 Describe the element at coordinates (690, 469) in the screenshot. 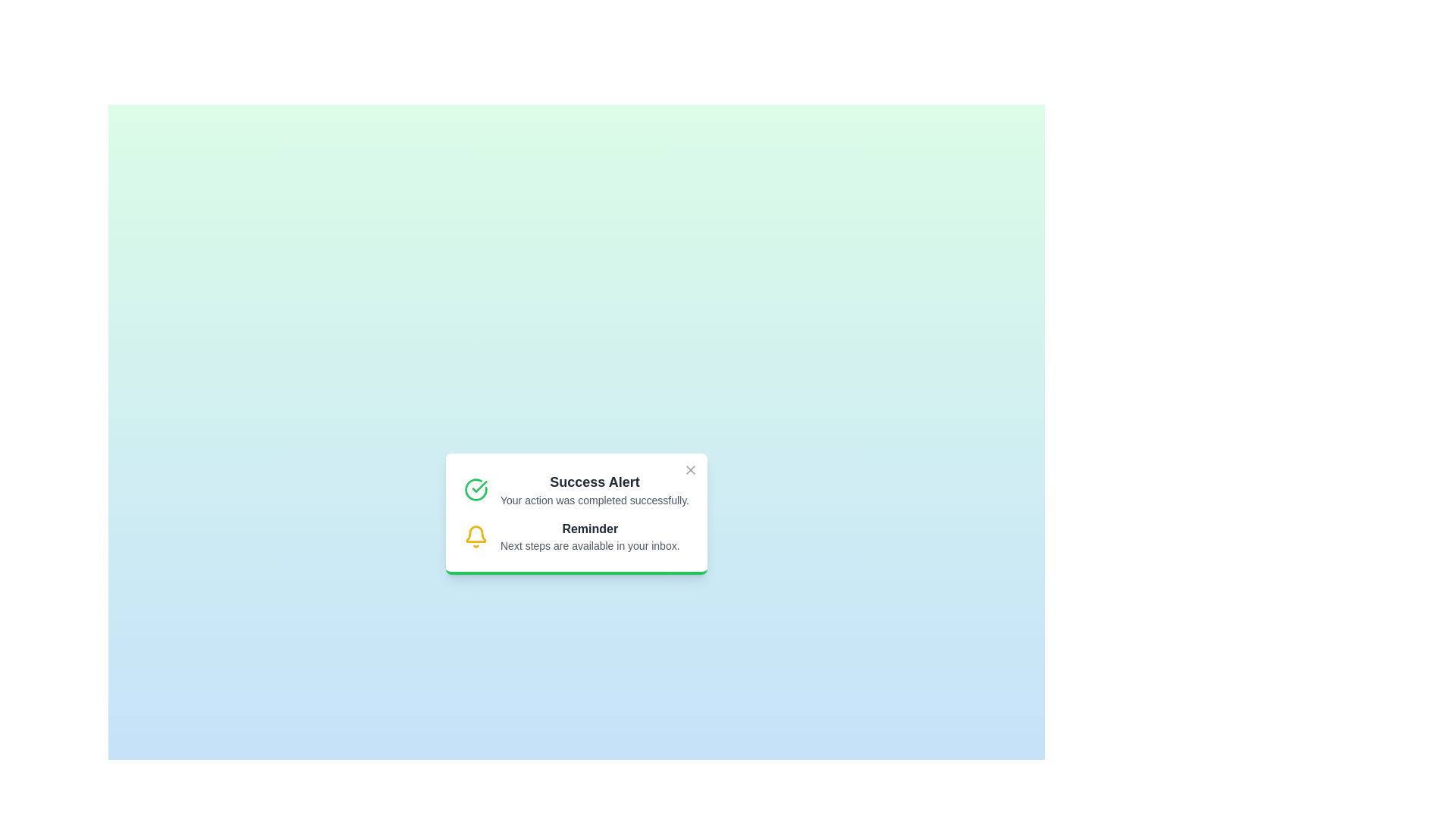

I see `the close button located at the top-right corner of the alert box` at that location.